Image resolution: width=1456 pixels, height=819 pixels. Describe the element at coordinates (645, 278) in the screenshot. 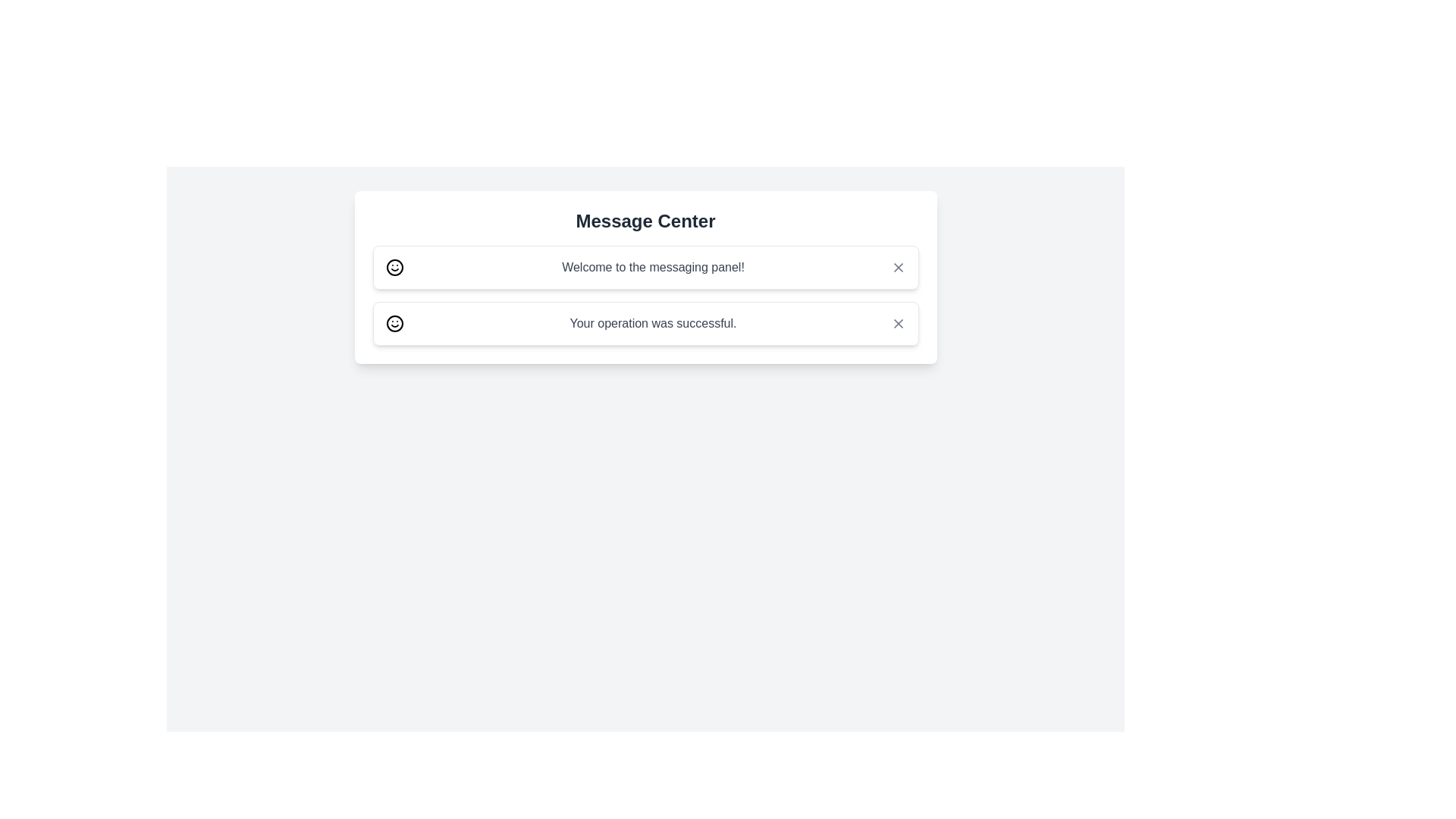

I see `the Notification box that contains the text 'Welcome to the messaging panel!' and is styled with a clean design, positioned under the 'Message Center' heading` at that location.